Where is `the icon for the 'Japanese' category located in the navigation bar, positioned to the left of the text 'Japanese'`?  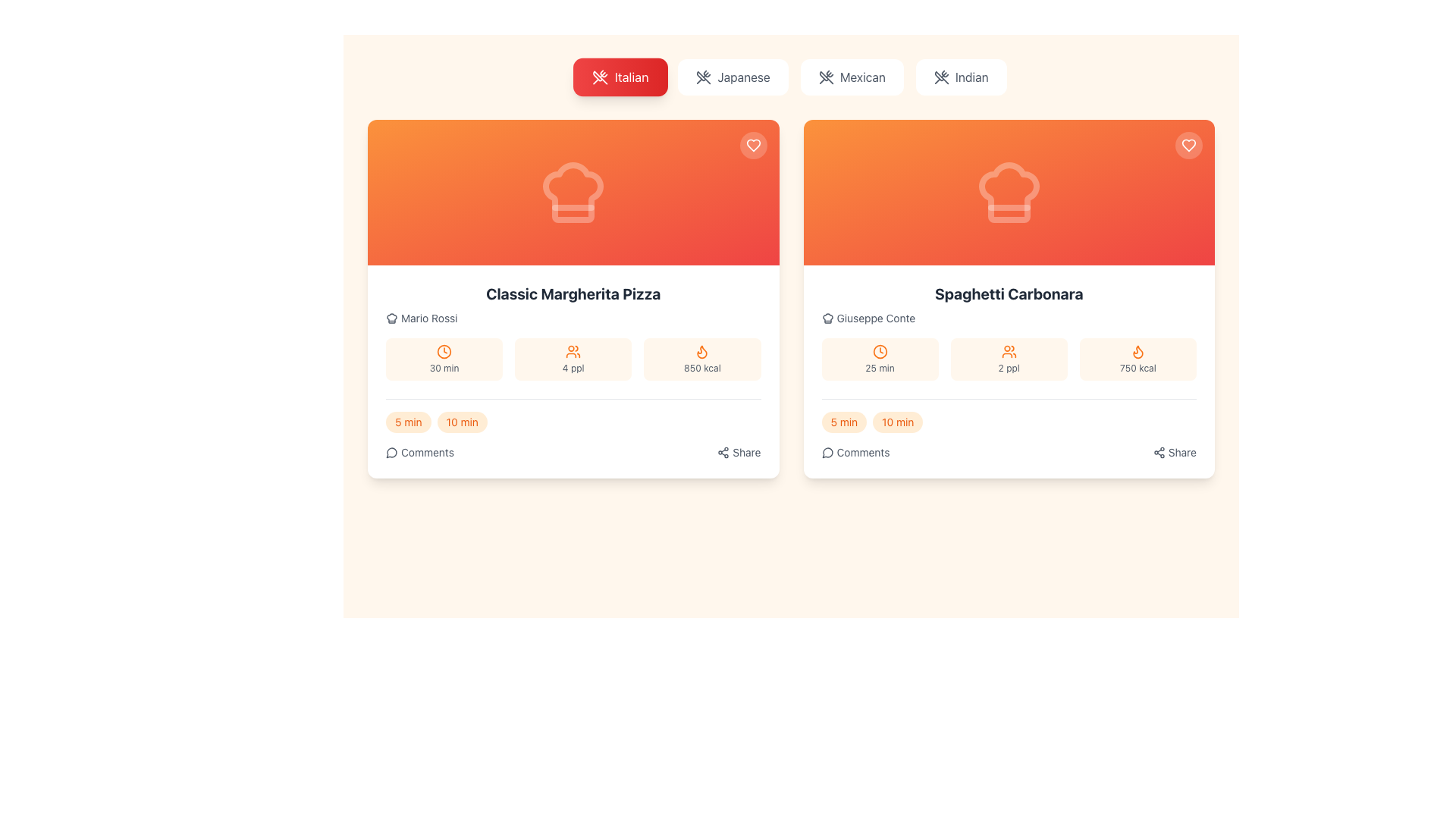 the icon for the 'Japanese' category located in the navigation bar, positioned to the left of the text 'Japanese' is located at coordinates (703, 77).